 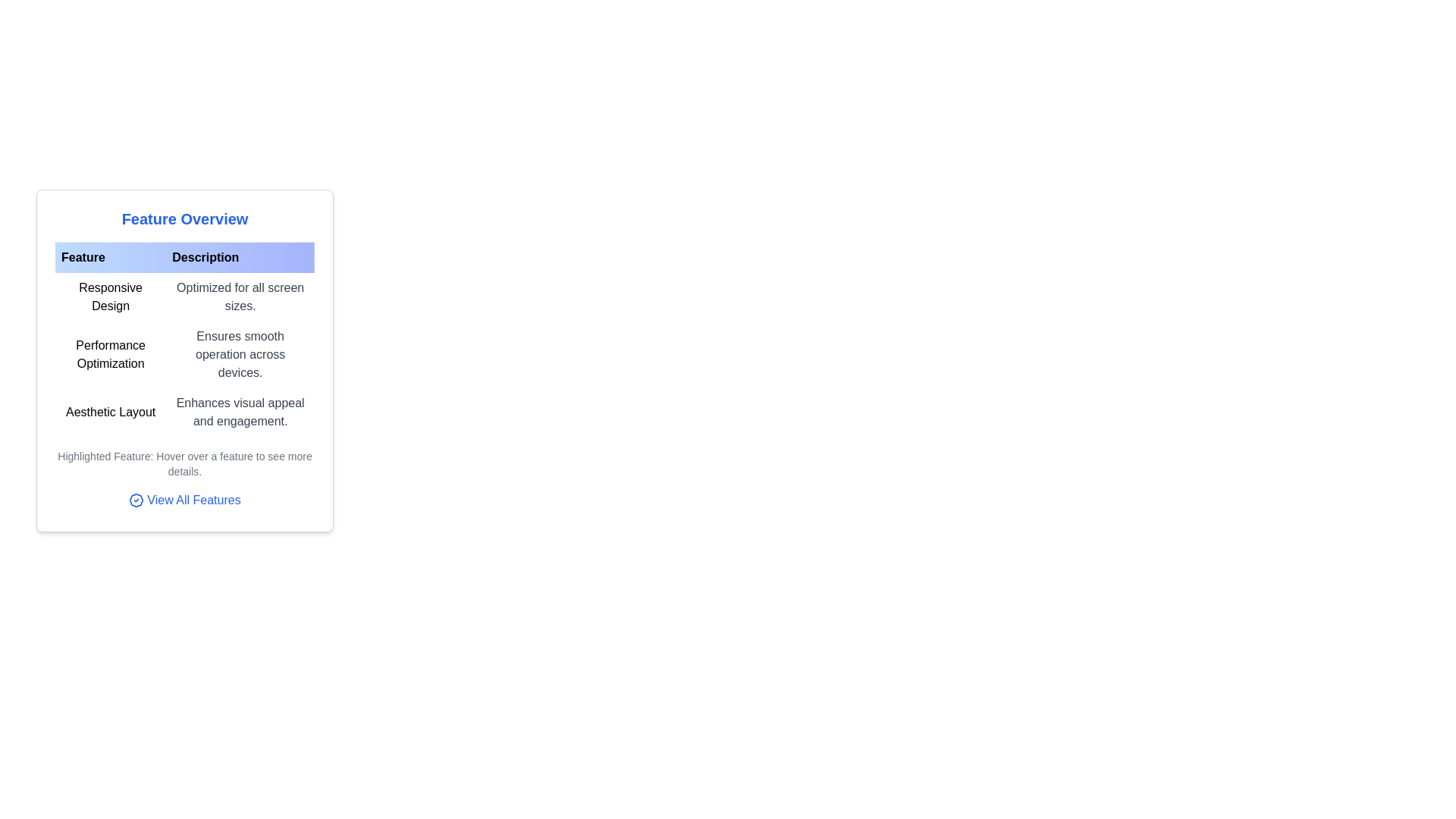 I want to click on the text label 'Aesthetic Layout', which is the third feature title under the 'Feature Overview' heading, aligned to the left of its description, so click(x=110, y=412).